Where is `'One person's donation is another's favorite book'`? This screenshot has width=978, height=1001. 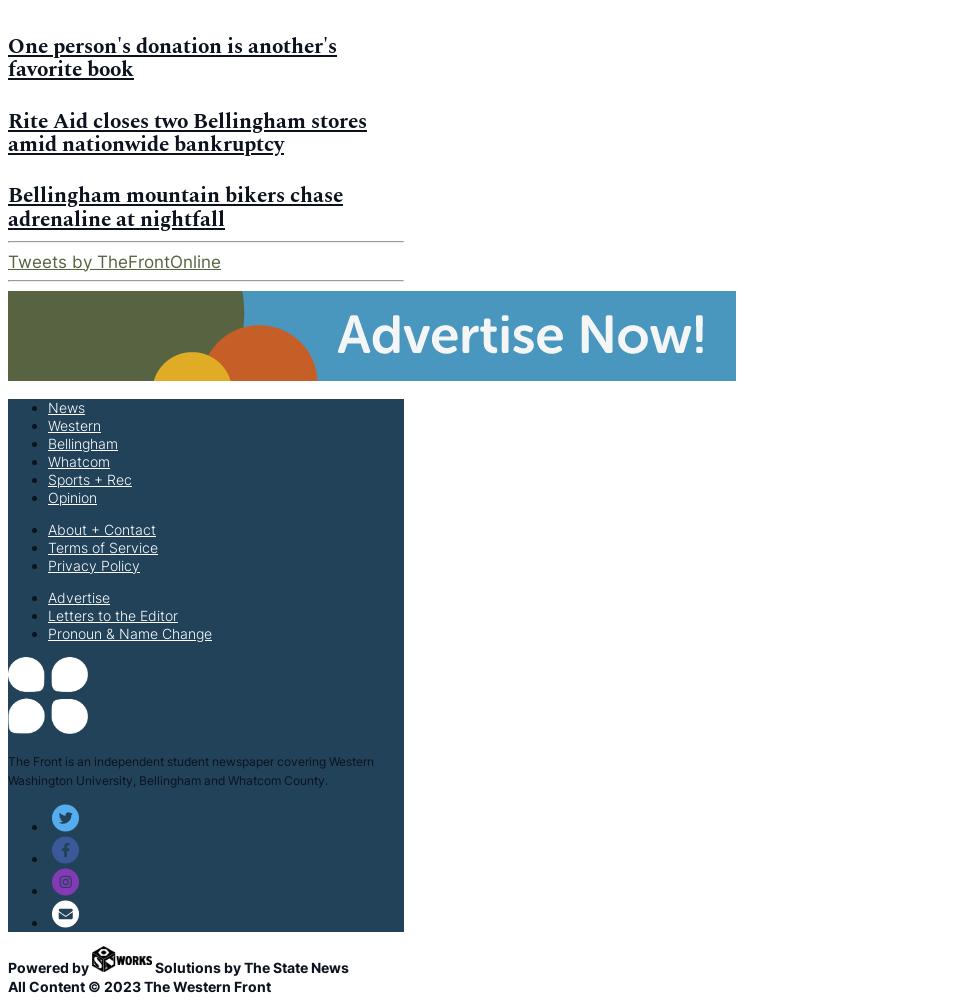 'One person's donation is another's favorite book' is located at coordinates (172, 57).